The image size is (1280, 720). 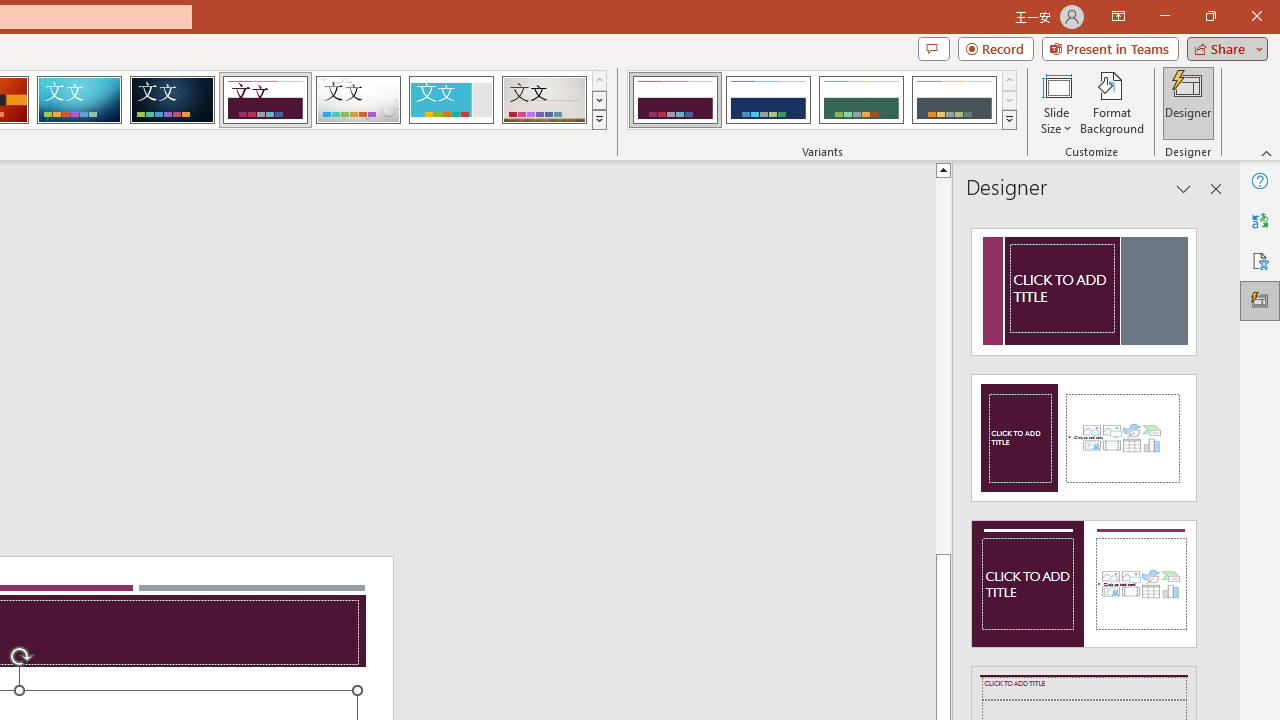 What do you see at coordinates (598, 120) in the screenshot?
I see `'Themes'` at bounding box center [598, 120].